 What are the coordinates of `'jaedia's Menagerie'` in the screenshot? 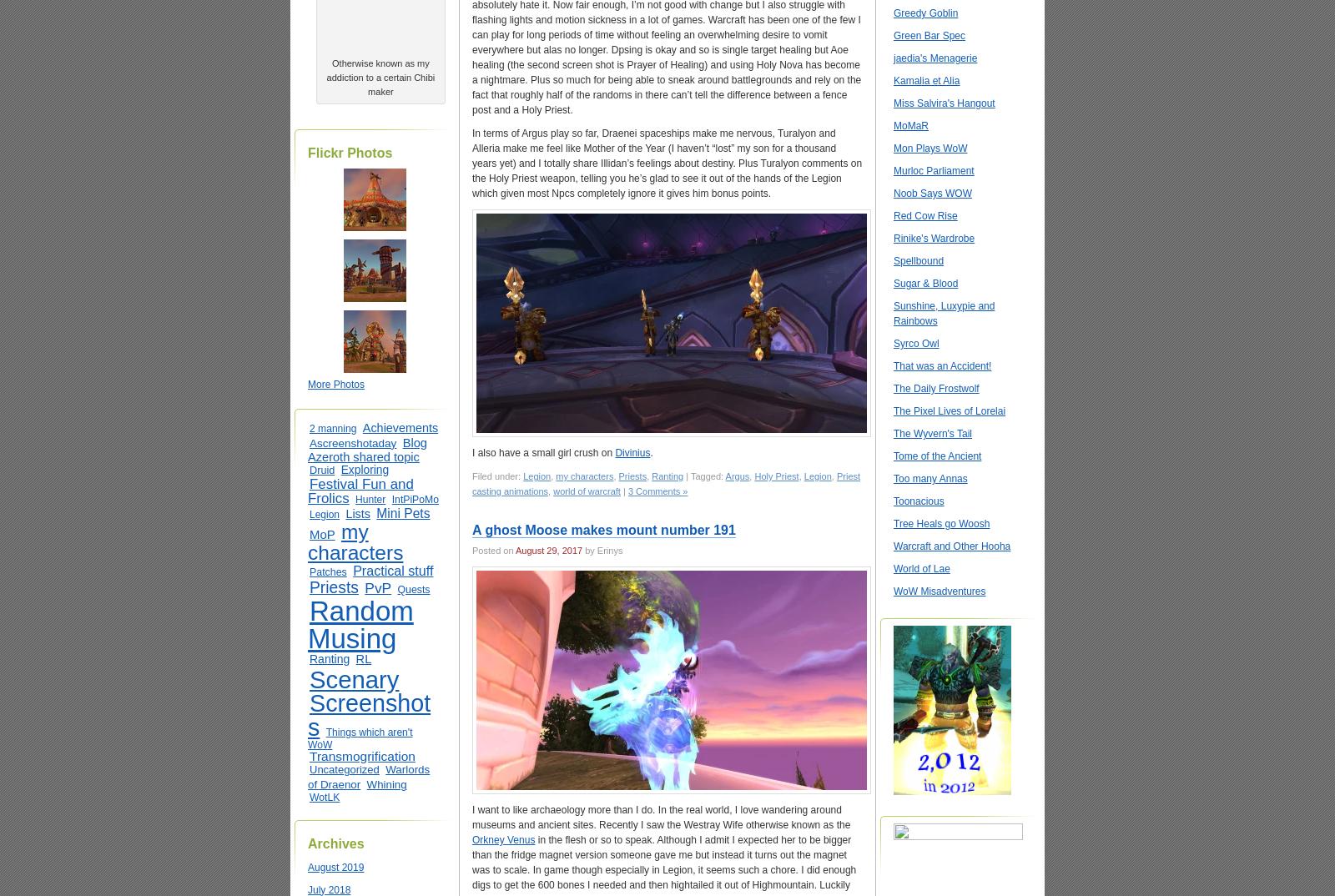 It's located at (934, 58).